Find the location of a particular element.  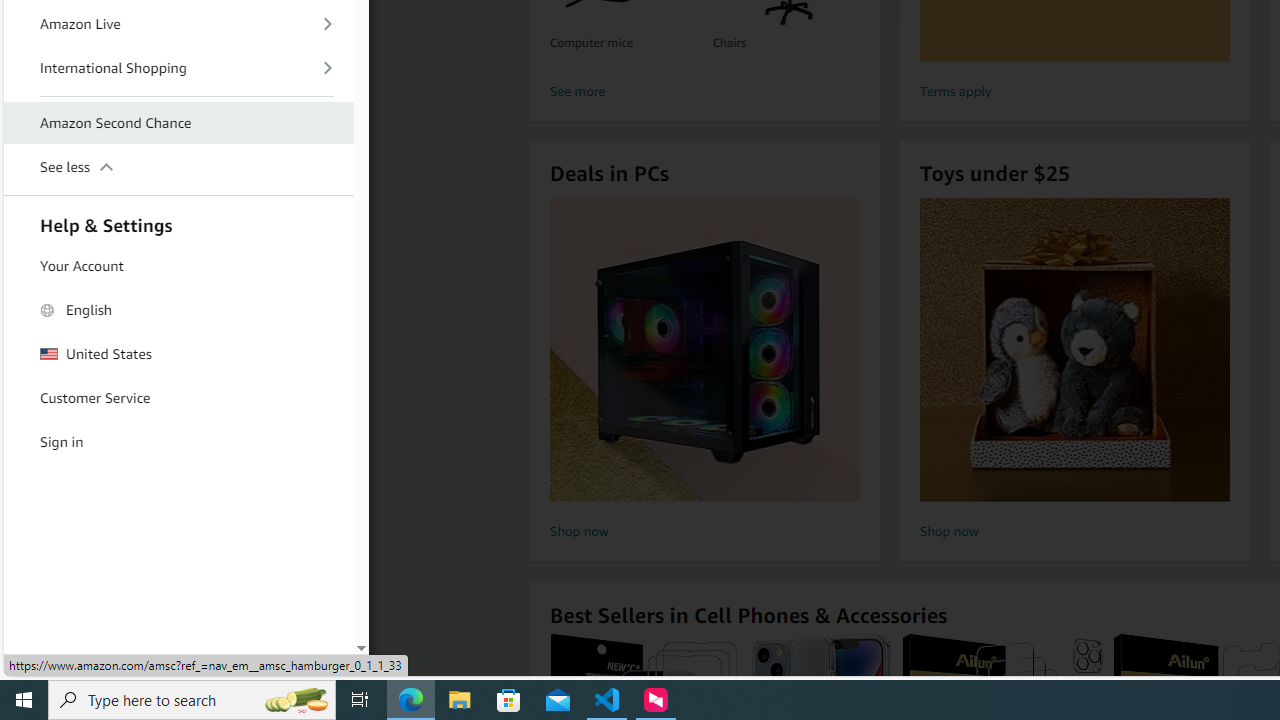

'Amazon Live' is located at coordinates (179, 24).